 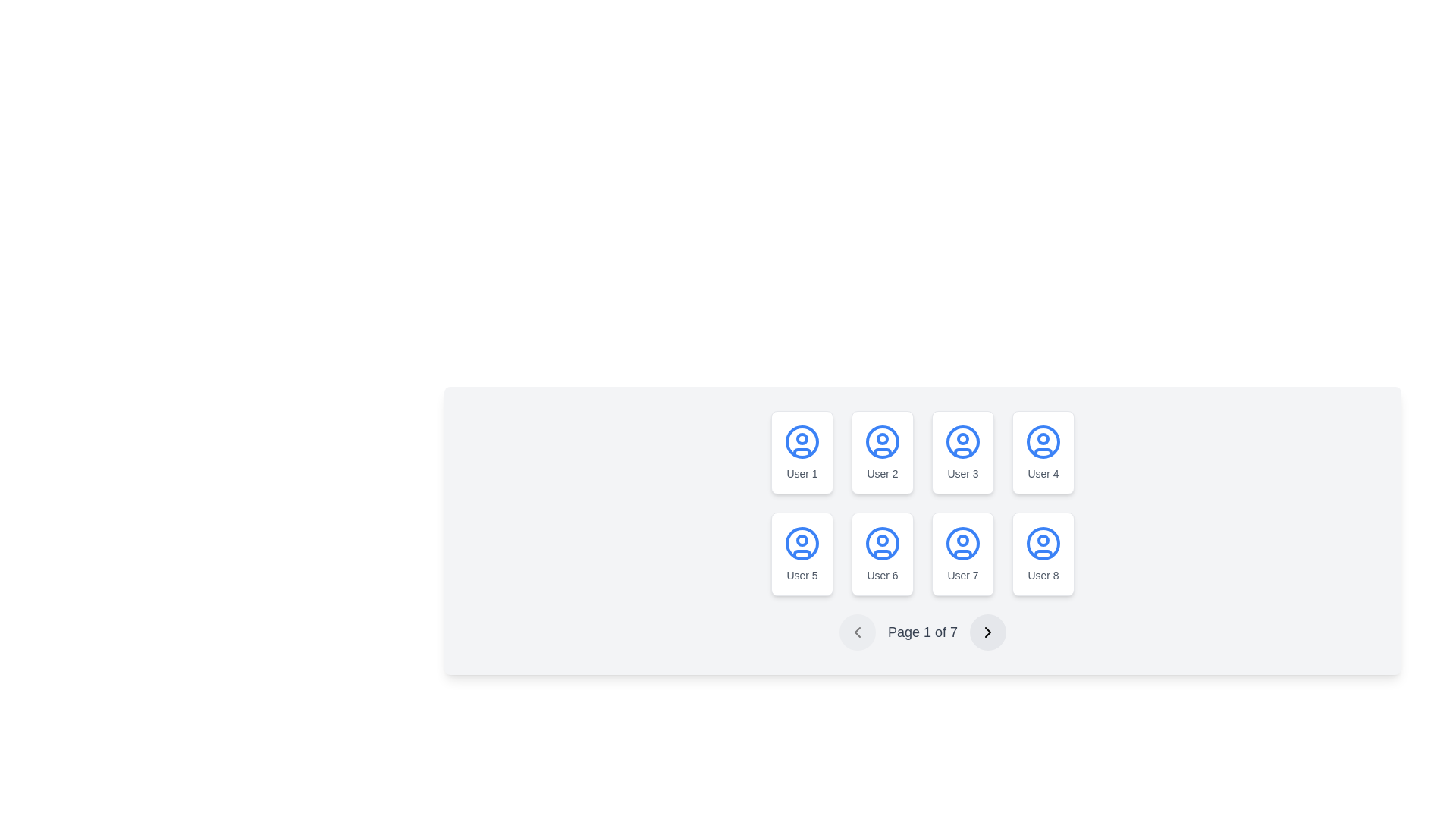 What do you see at coordinates (801, 543) in the screenshot?
I see `the user profile icon representing 'User 5', located at the center-top of the panel in the second row, first column of the user cards grid` at bounding box center [801, 543].